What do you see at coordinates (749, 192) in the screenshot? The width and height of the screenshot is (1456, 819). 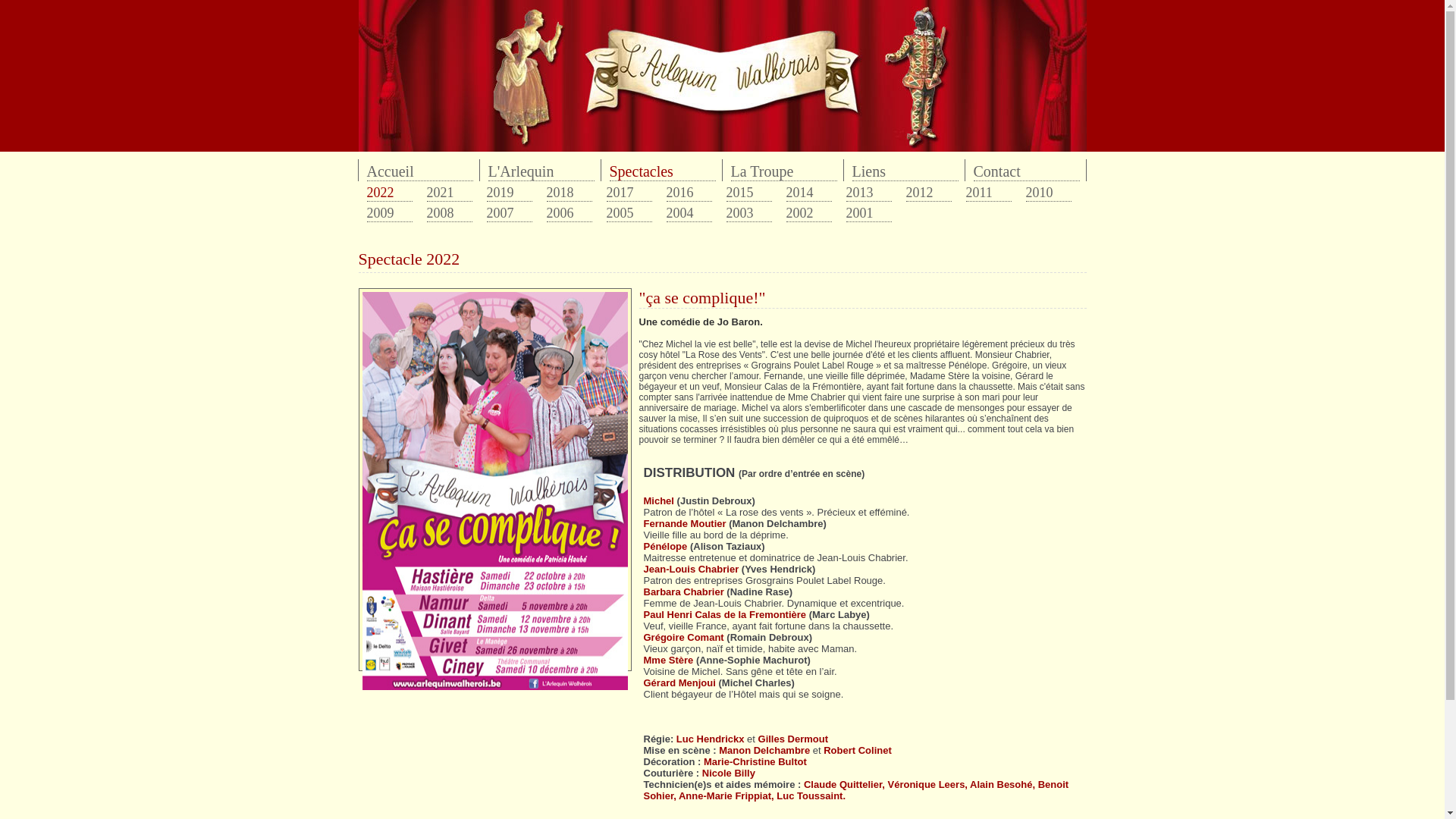 I see `'2015'` at bounding box center [749, 192].